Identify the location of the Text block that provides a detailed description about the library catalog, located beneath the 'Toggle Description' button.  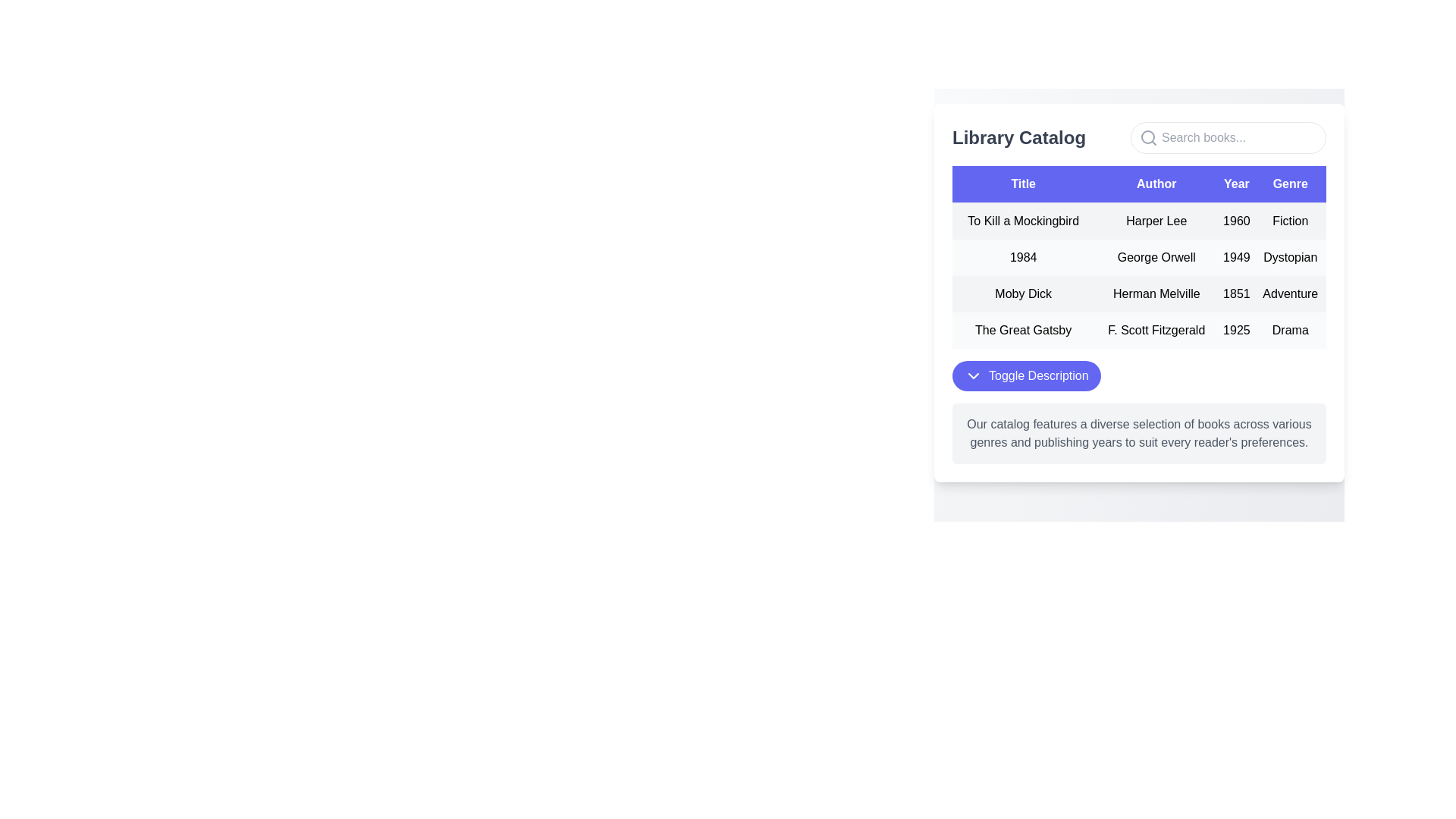
(1139, 412).